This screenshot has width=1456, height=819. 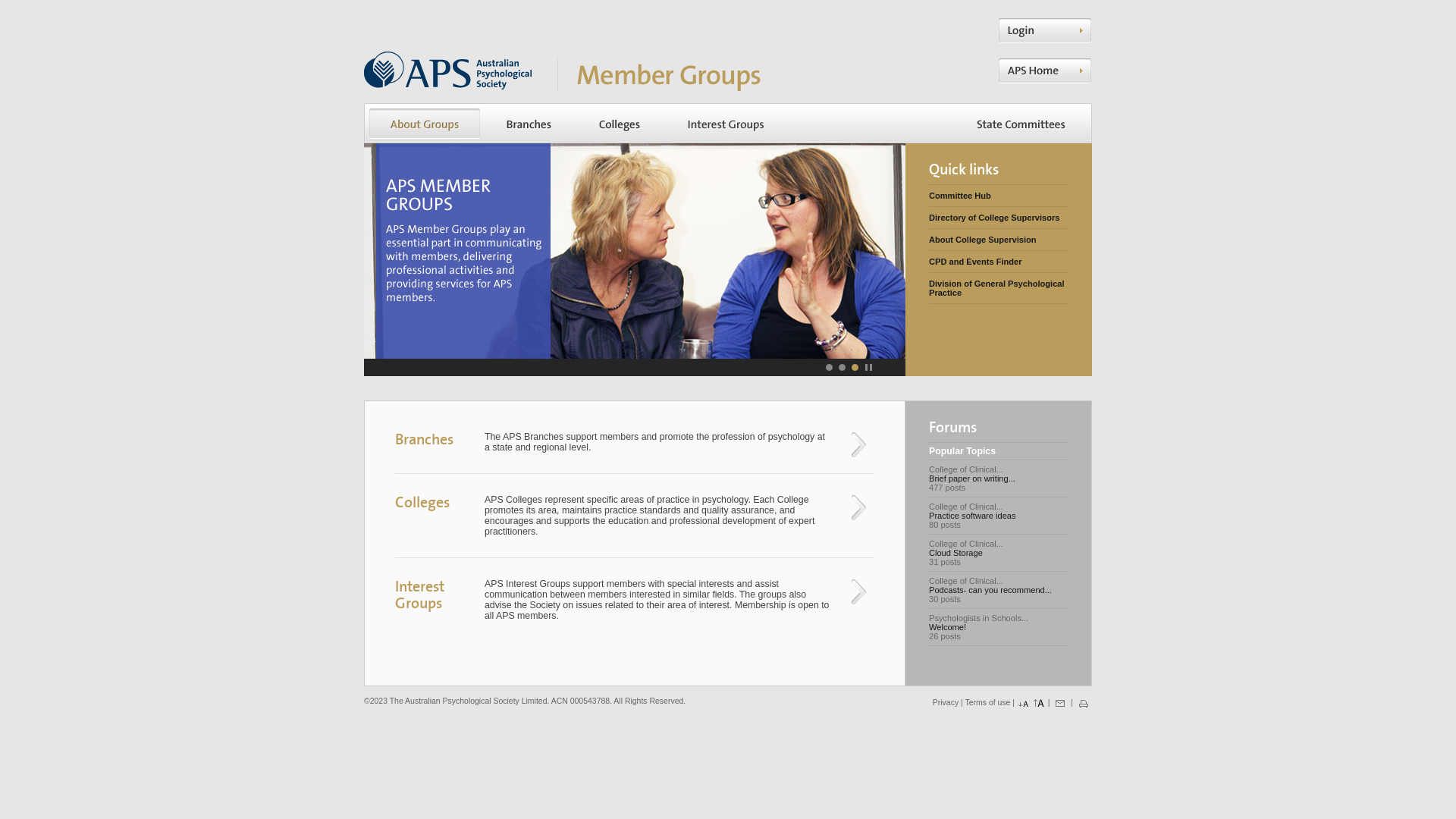 What do you see at coordinates (998, 195) in the screenshot?
I see `'Committee Hub'` at bounding box center [998, 195].